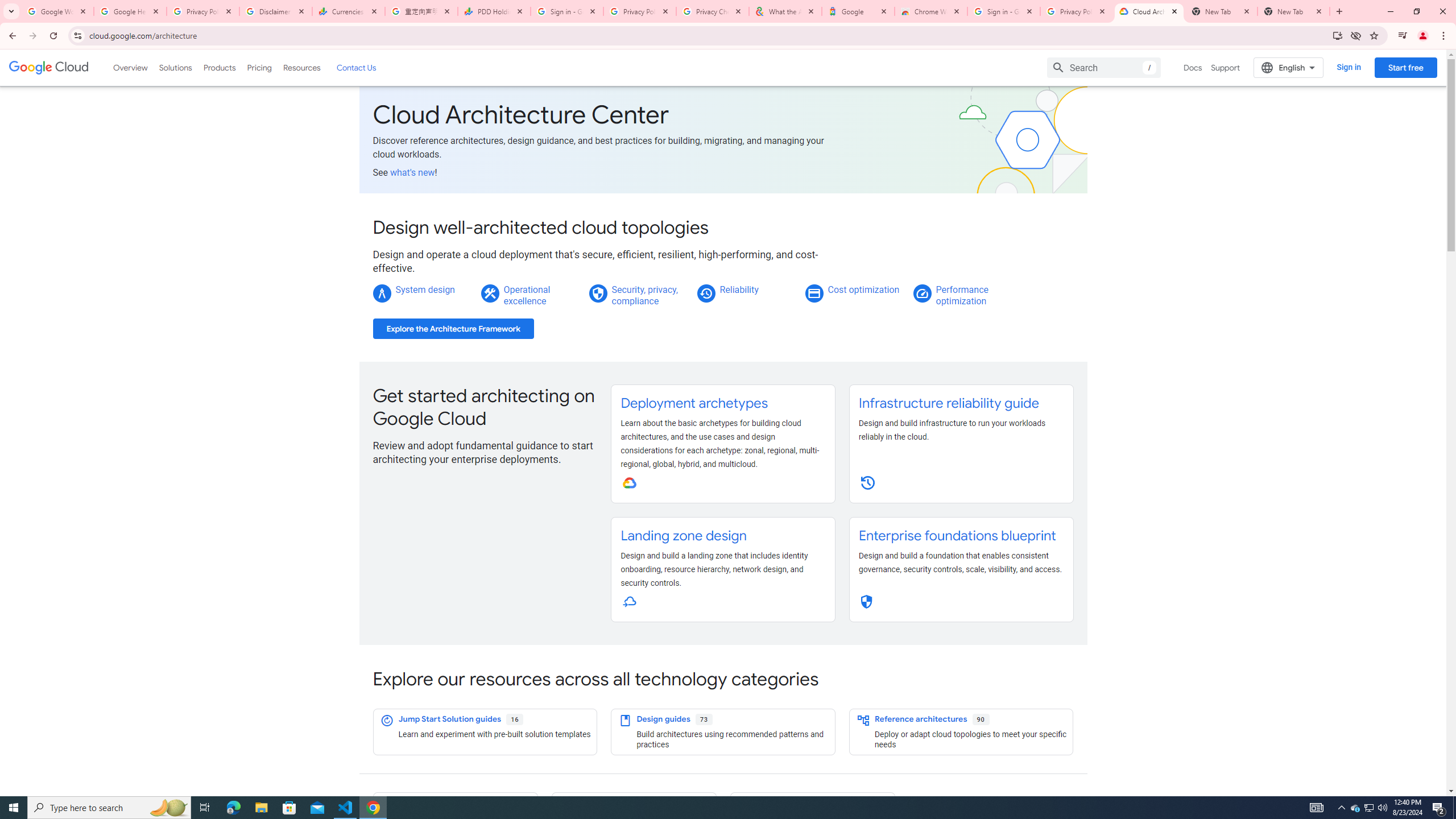  I want to click on 'Cost optimization', so click(863, 289).